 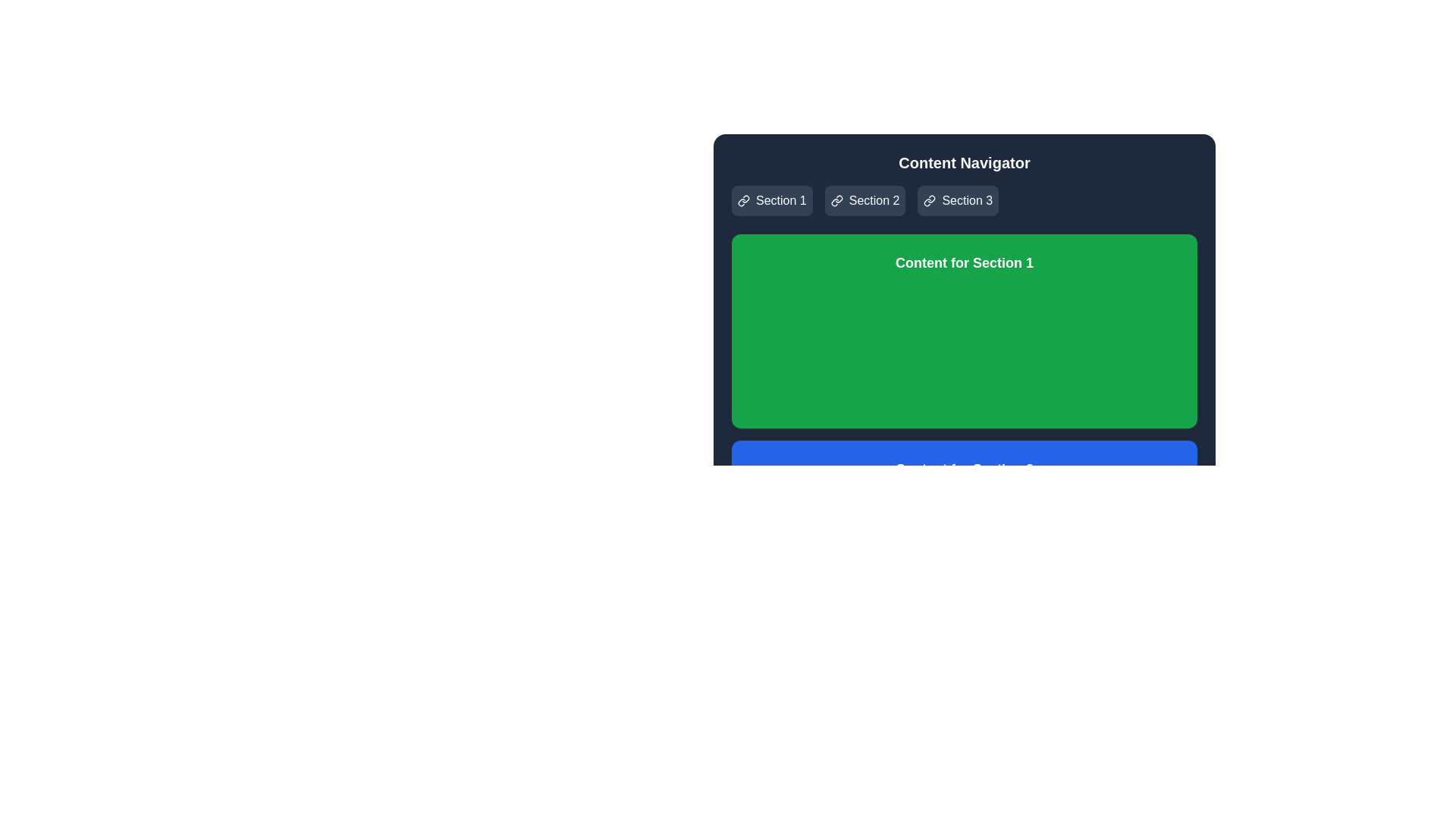 What do you see at coordinates (964, 468) in the screenshot?
I see `text label displaying 'Content for Section 2', which is centrally positioned within the blue section element ('section-2')` at bounding box center [964, 468].